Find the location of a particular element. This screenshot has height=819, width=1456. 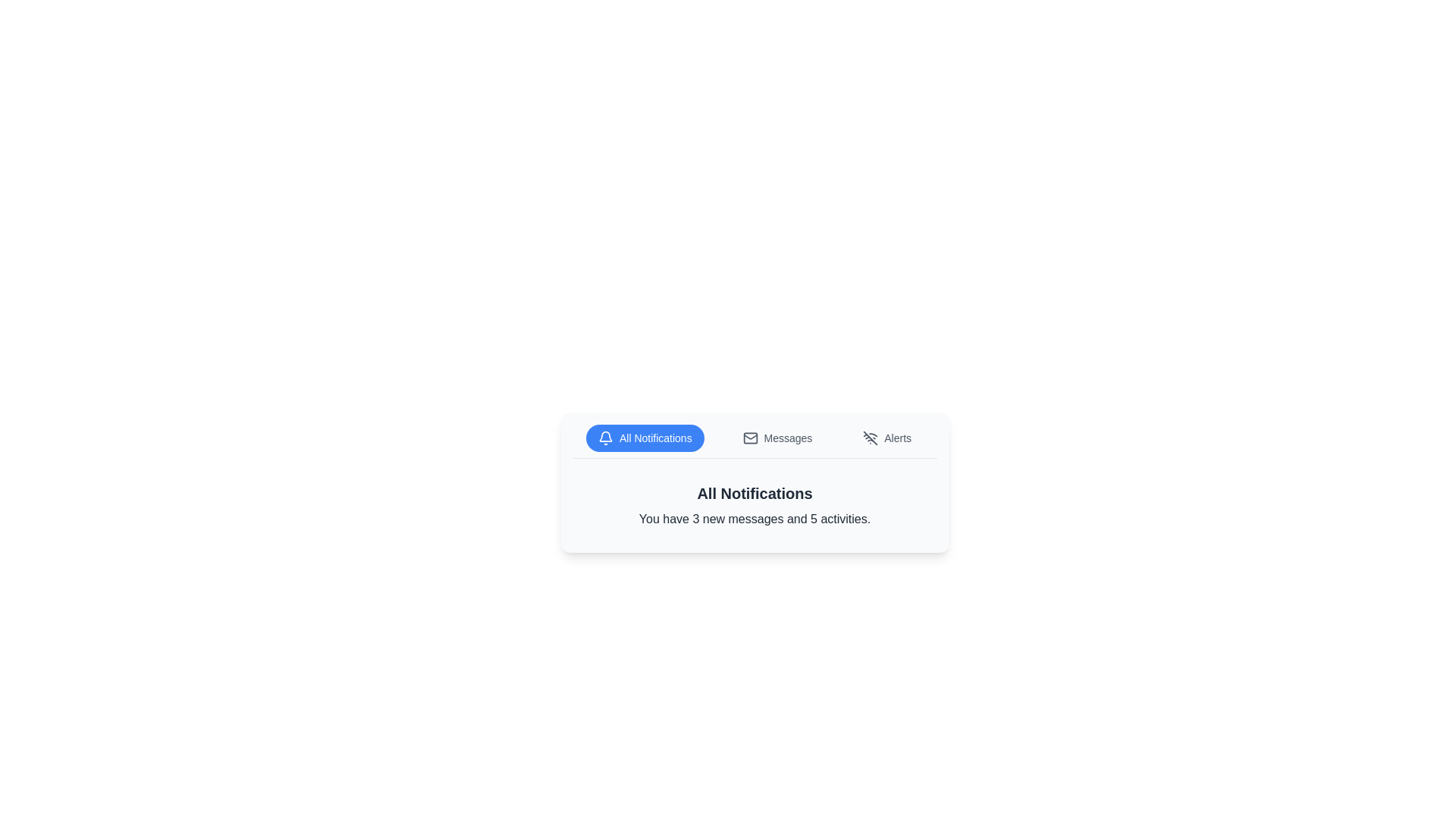

the Wi-Fi icon that indicates a disabled connection, located to the left of the 'Alerts' label in the button group at the top of the notification panel is located at coordinates (871, 438).